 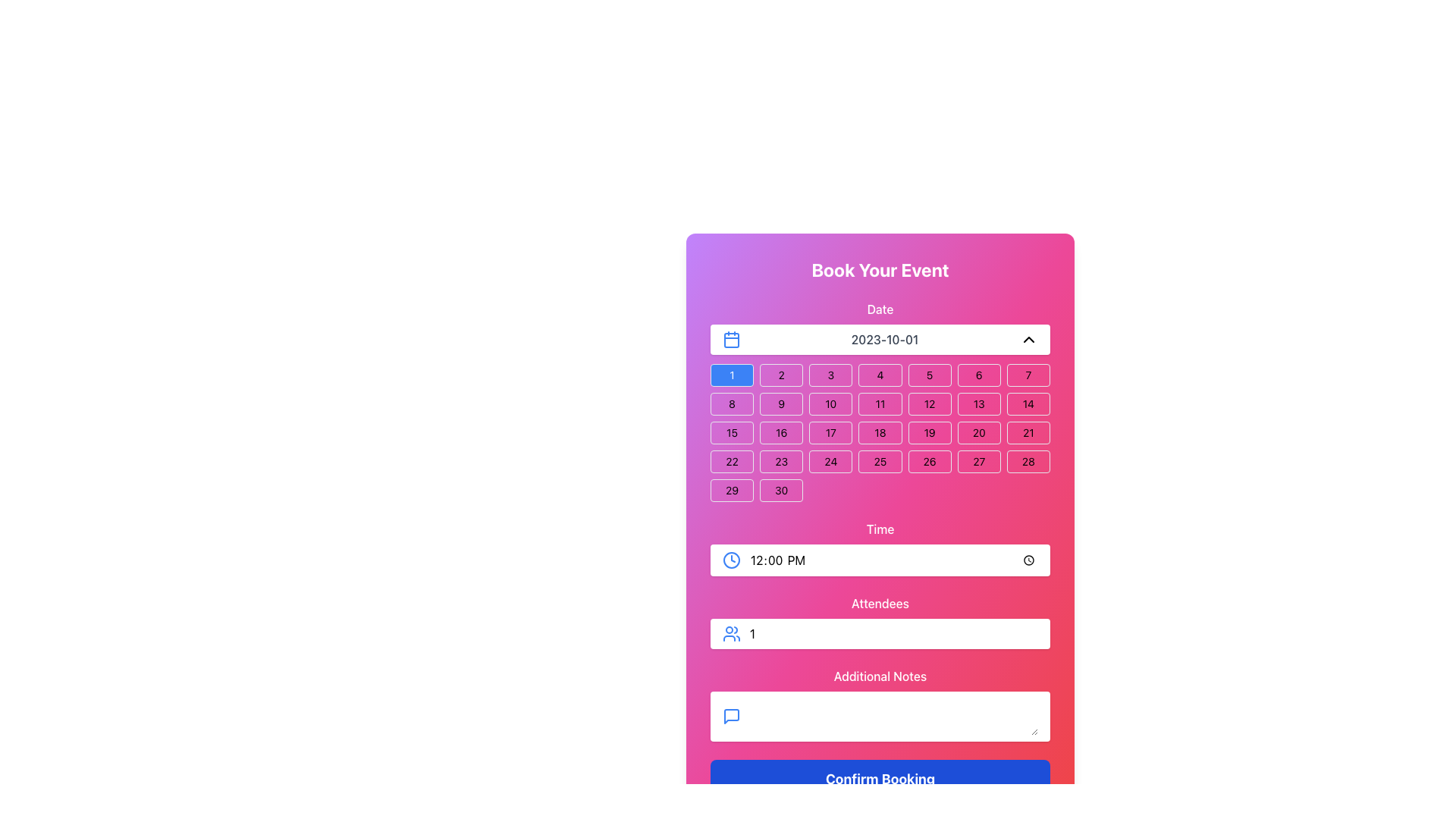 What do you see at coordinates (830, 403) in the screenshot?
I see `the light pink button labeled '10'` at bounding box center [830, 403].